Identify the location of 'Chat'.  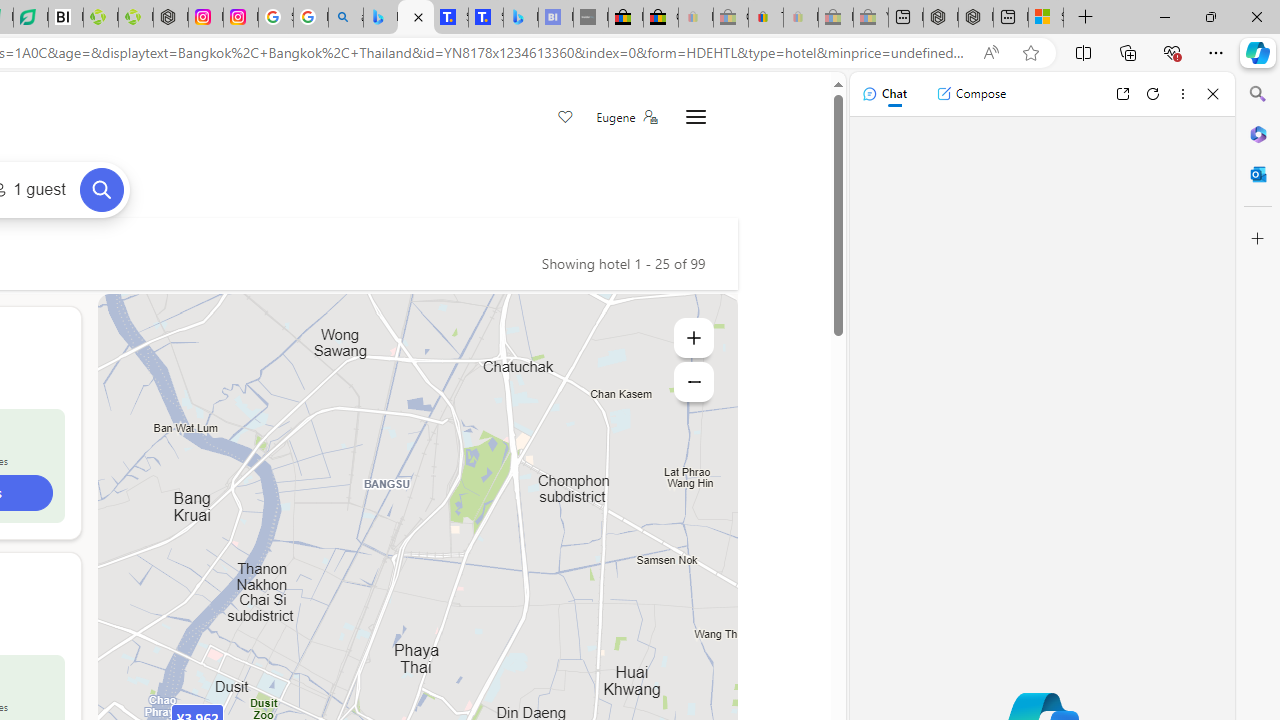
(883, 93).